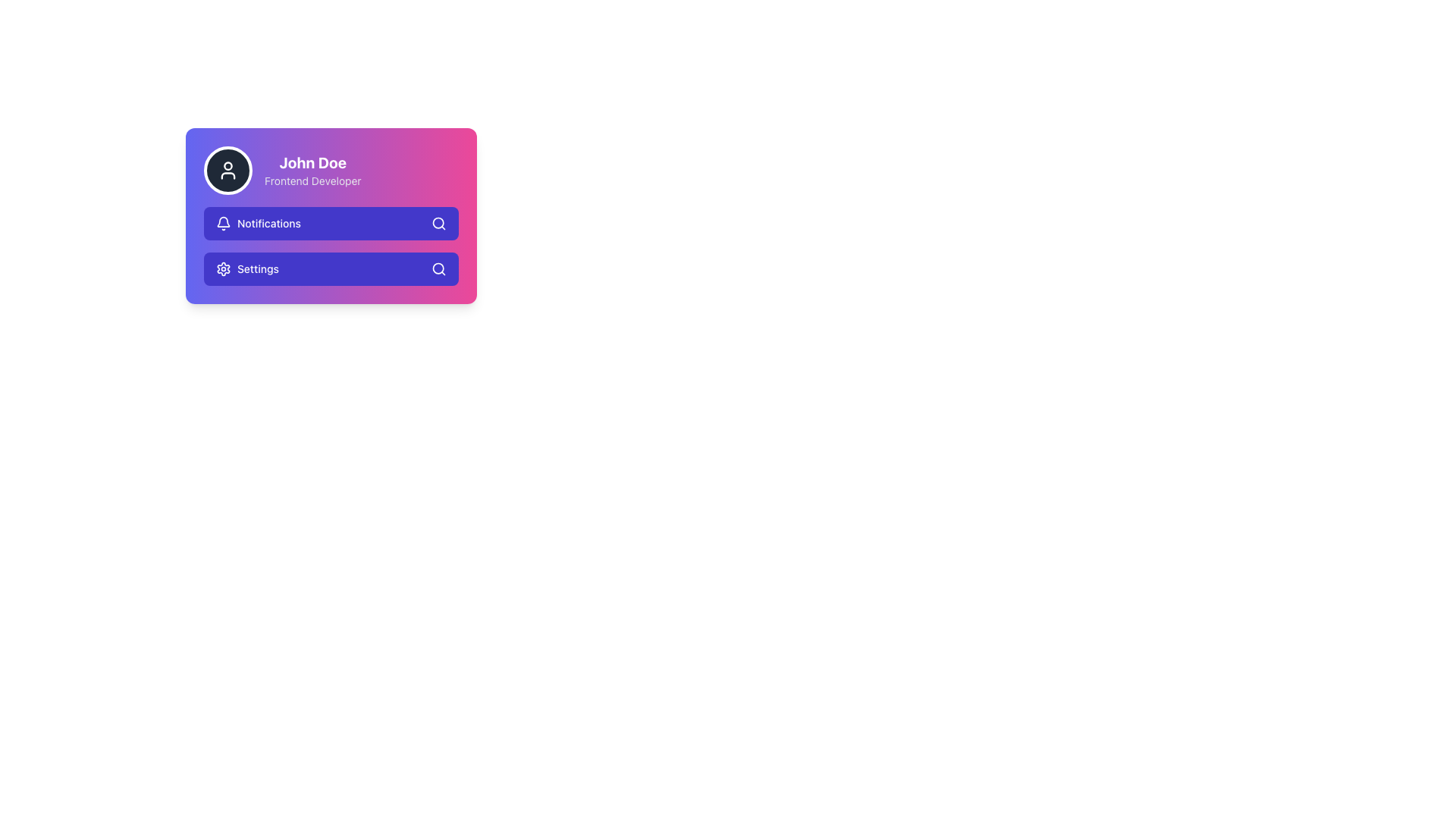 The height and width of the screenshot is (819, 1456). Describe the element at coordinates (330, 268) in the screenshot. I see `the 'Settings' button with a deep indigo background and rounded corners` at that location.